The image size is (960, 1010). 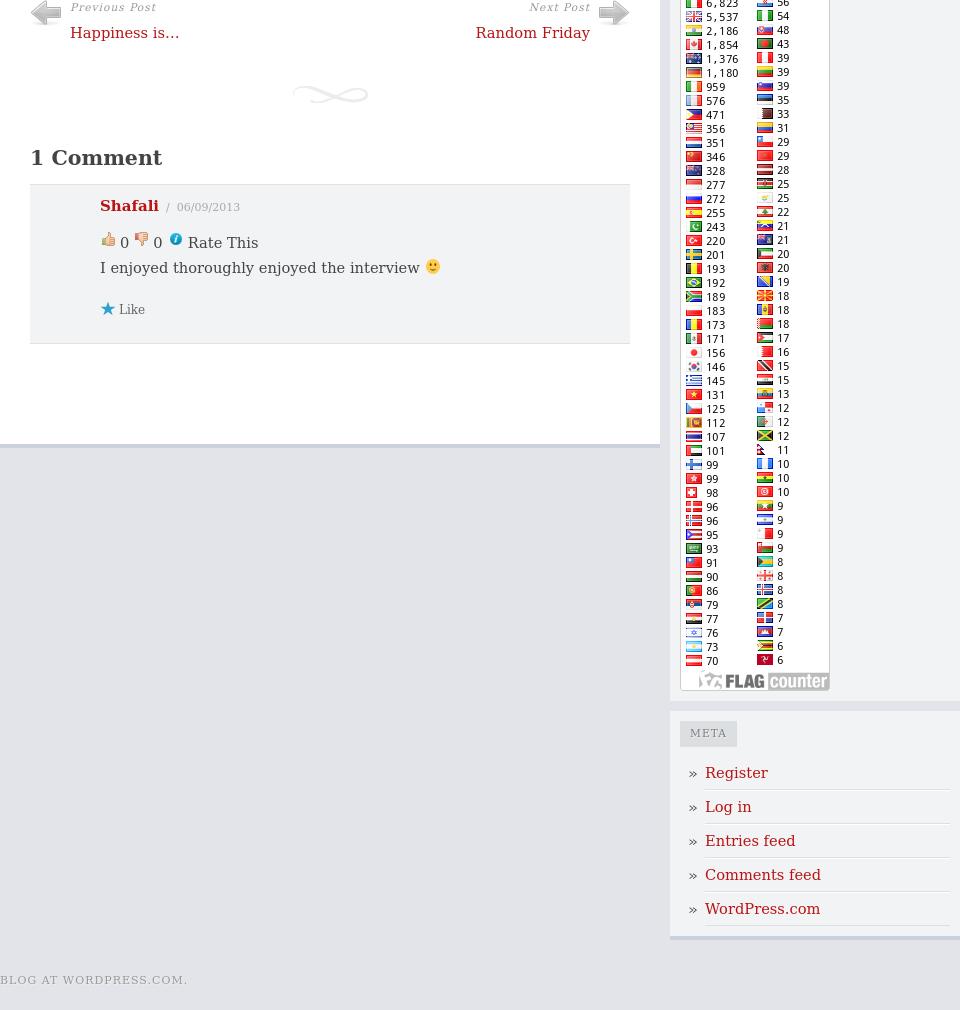 I want to click on 'I enjoyed thoroughly enjoyed the interview', so click(x=260, y=266).